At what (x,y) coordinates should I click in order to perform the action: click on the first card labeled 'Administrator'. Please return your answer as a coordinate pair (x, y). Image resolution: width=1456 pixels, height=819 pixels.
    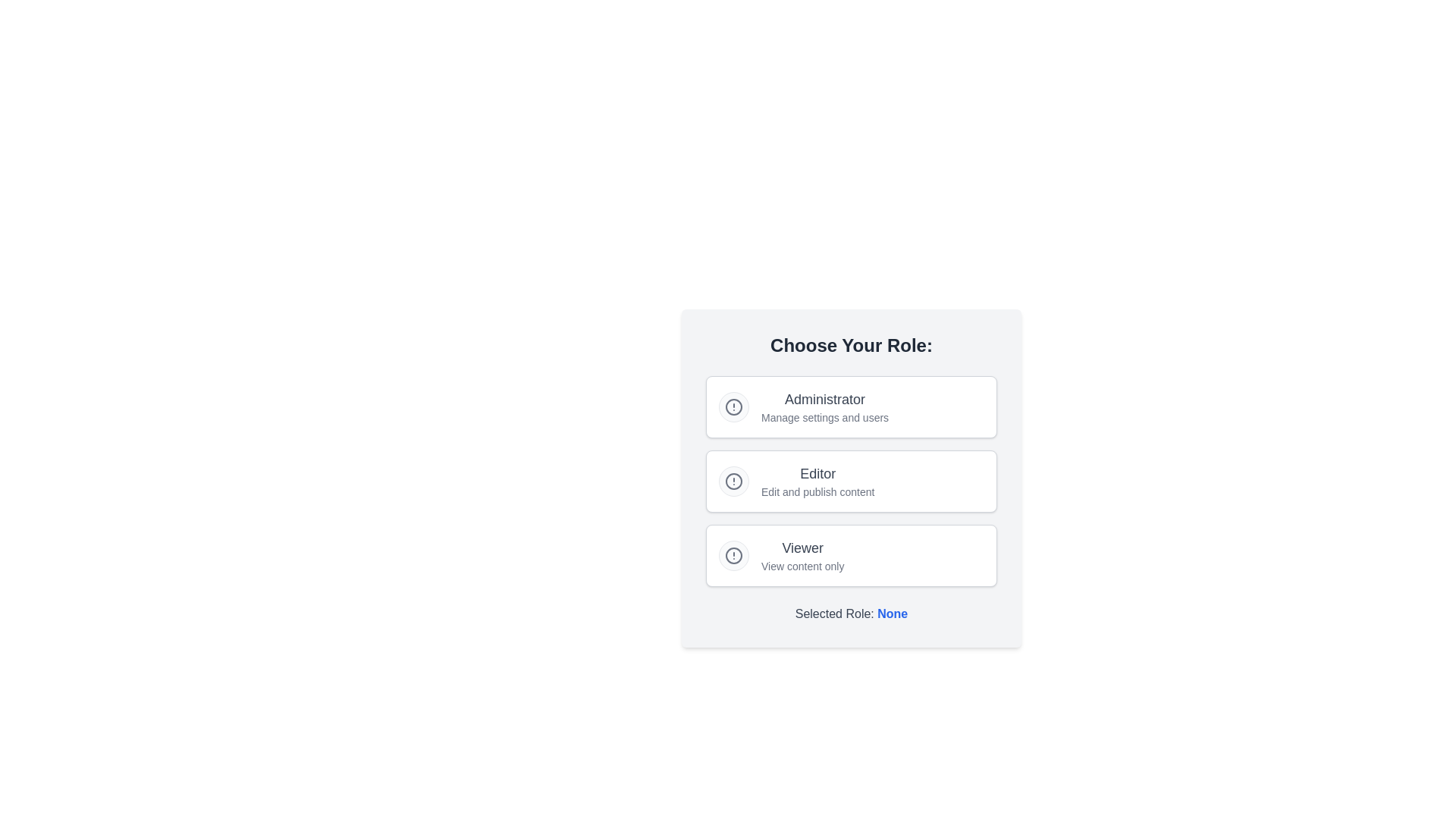
    Looking at the image, I should click on (852, 406).